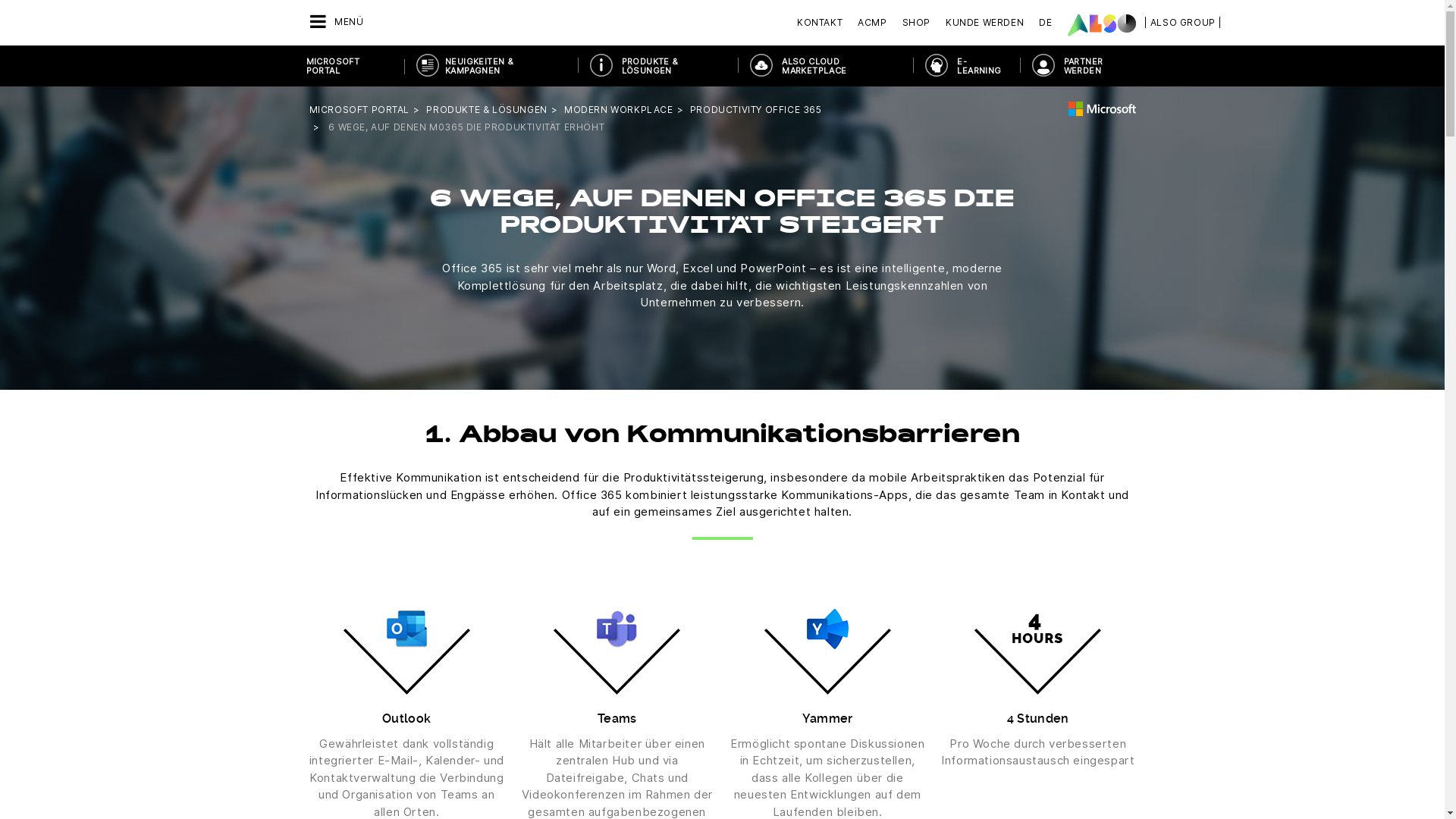  I want to click on 'KONTAKT', so click(796, 23).